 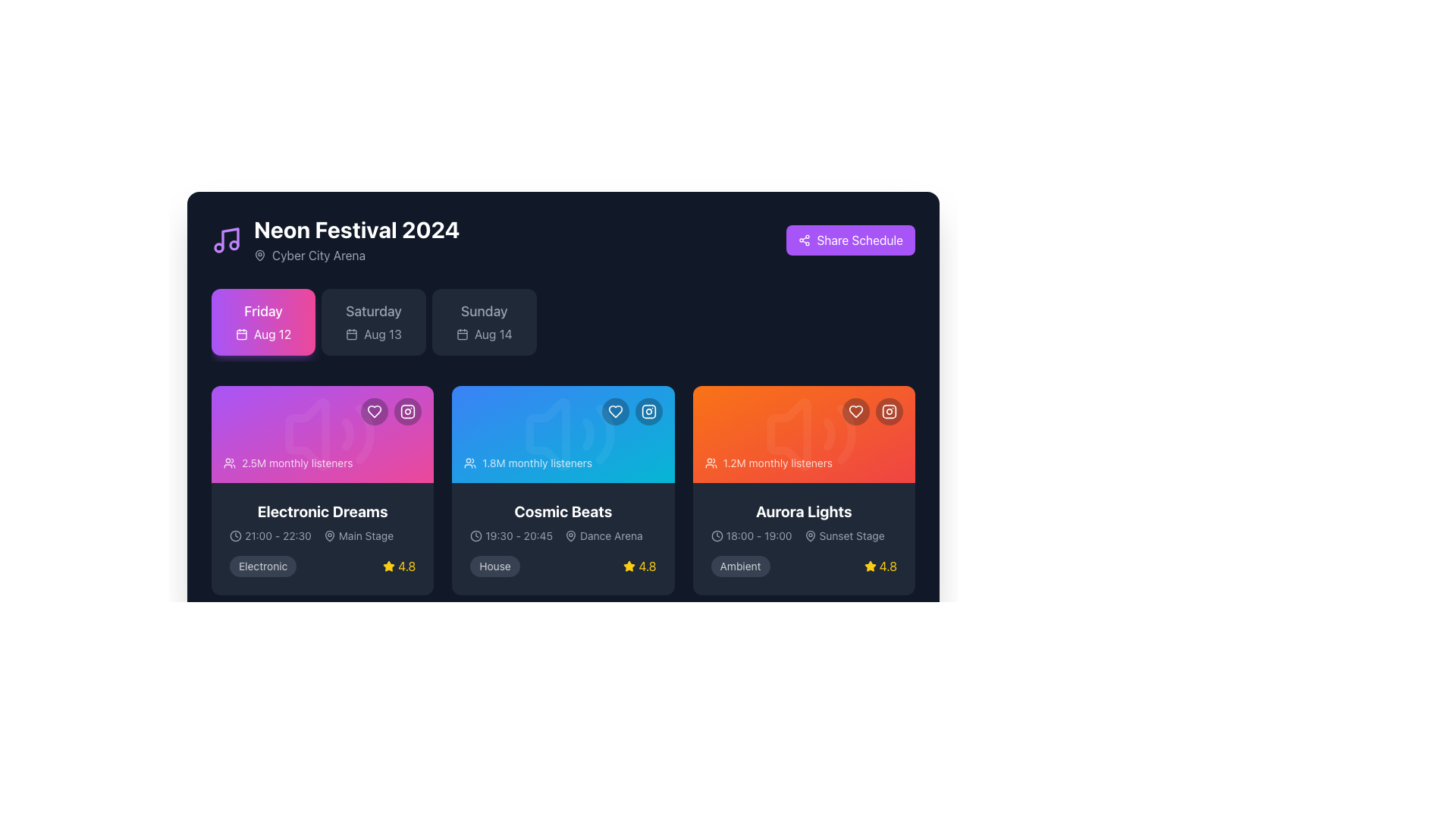 What do you see at coordinates (356, 230) in the screenshot?
I see `main header text element located at the top-left area of the interface, positioned above the subtitle 'Cyber City Arena' and next to a musical note icon` at bounding box center [356, 230].